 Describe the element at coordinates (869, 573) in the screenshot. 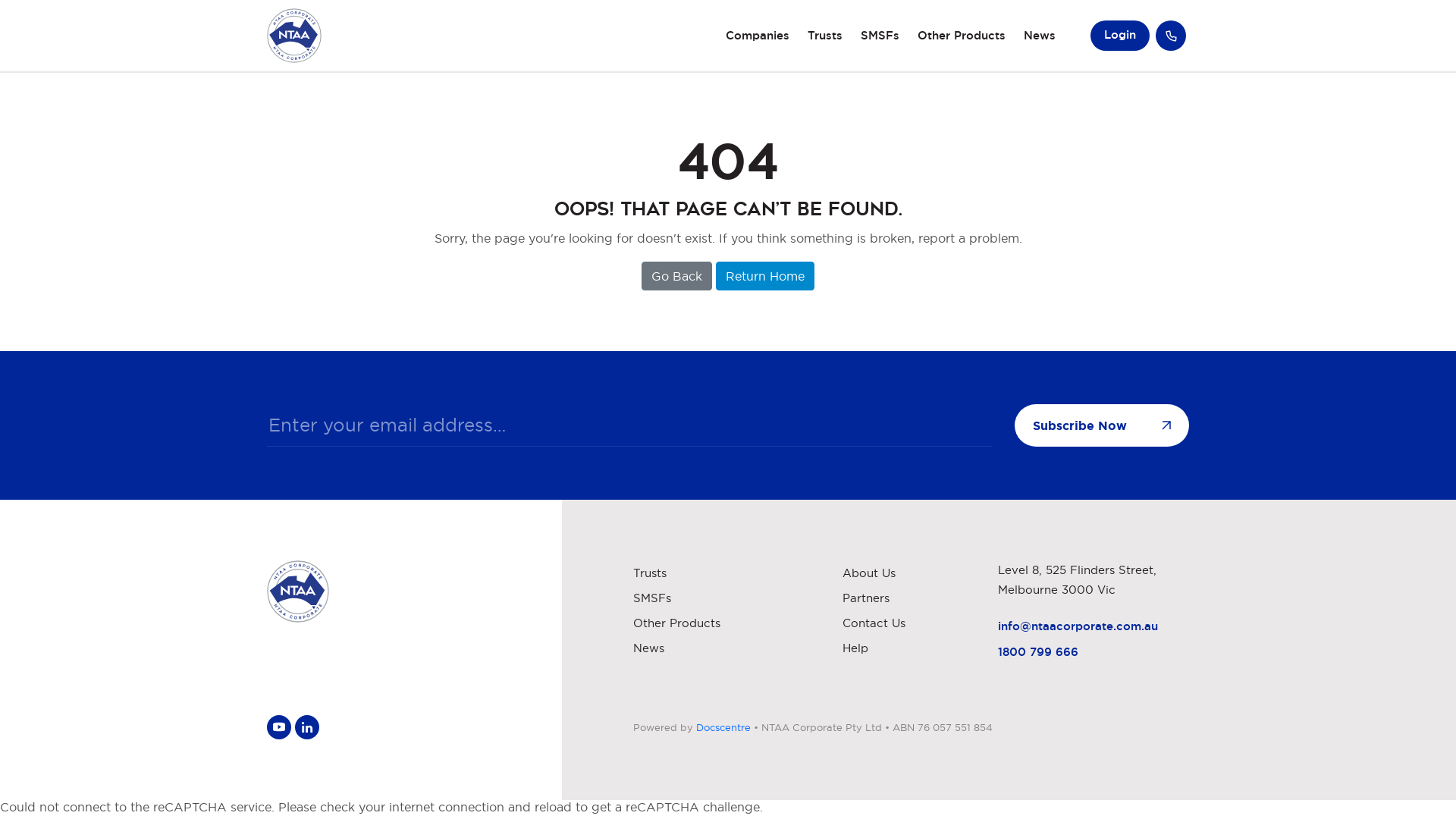

I see `'About Us'` at that location.